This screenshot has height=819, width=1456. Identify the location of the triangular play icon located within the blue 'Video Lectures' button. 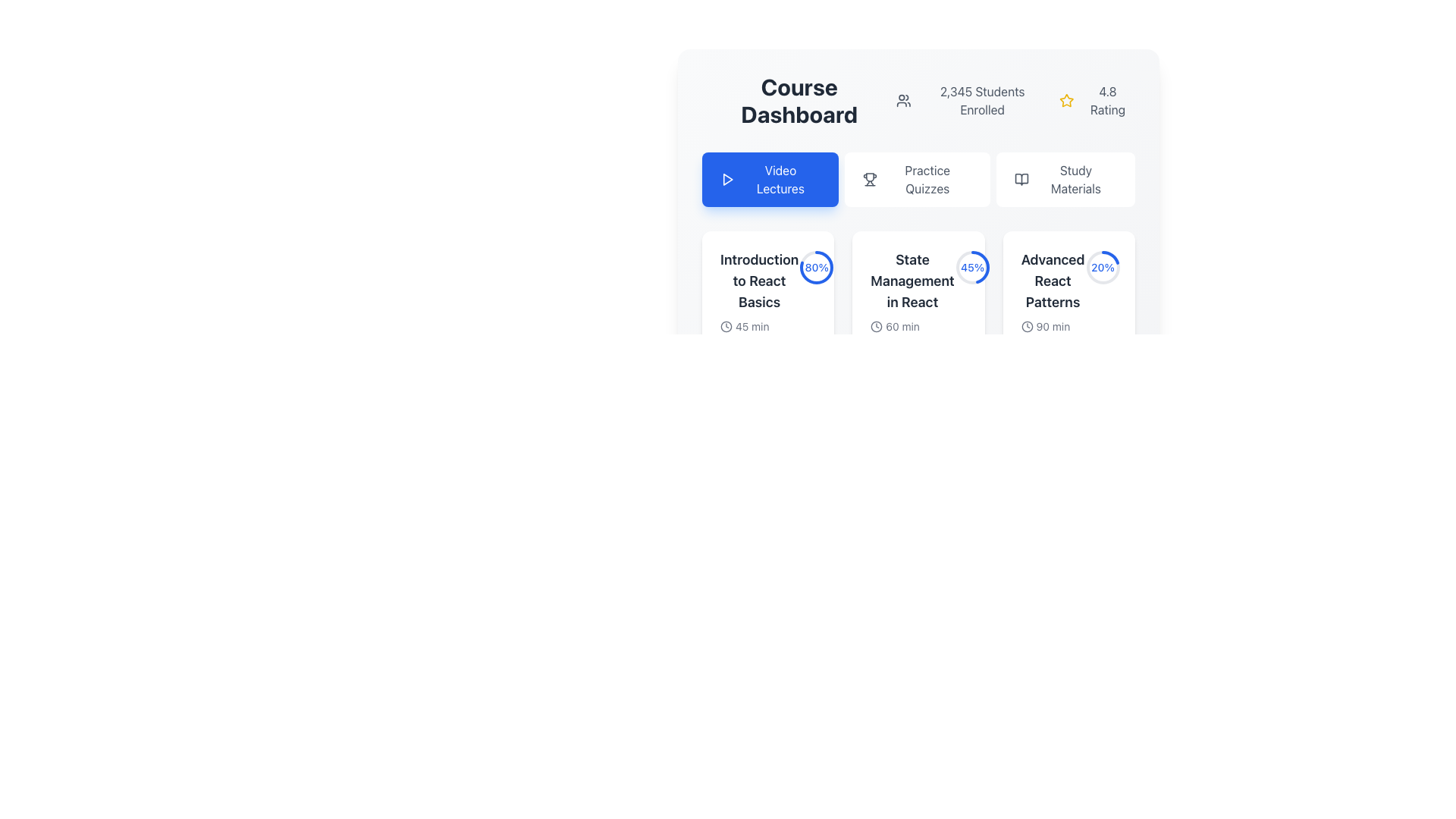
(726, 178).